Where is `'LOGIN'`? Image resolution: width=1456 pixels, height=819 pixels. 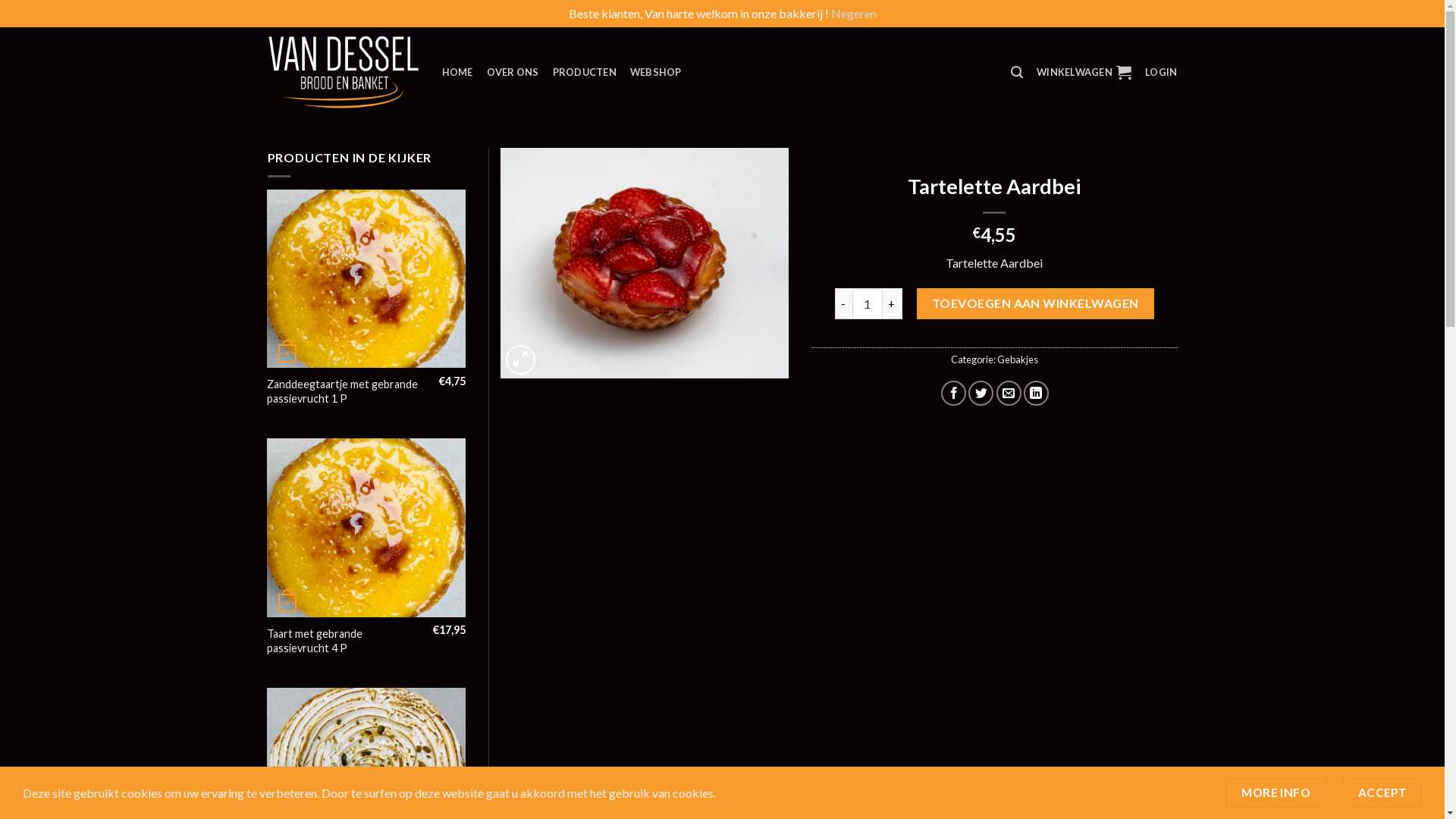
'LOGIN' is located at coordinates (1160, 72).